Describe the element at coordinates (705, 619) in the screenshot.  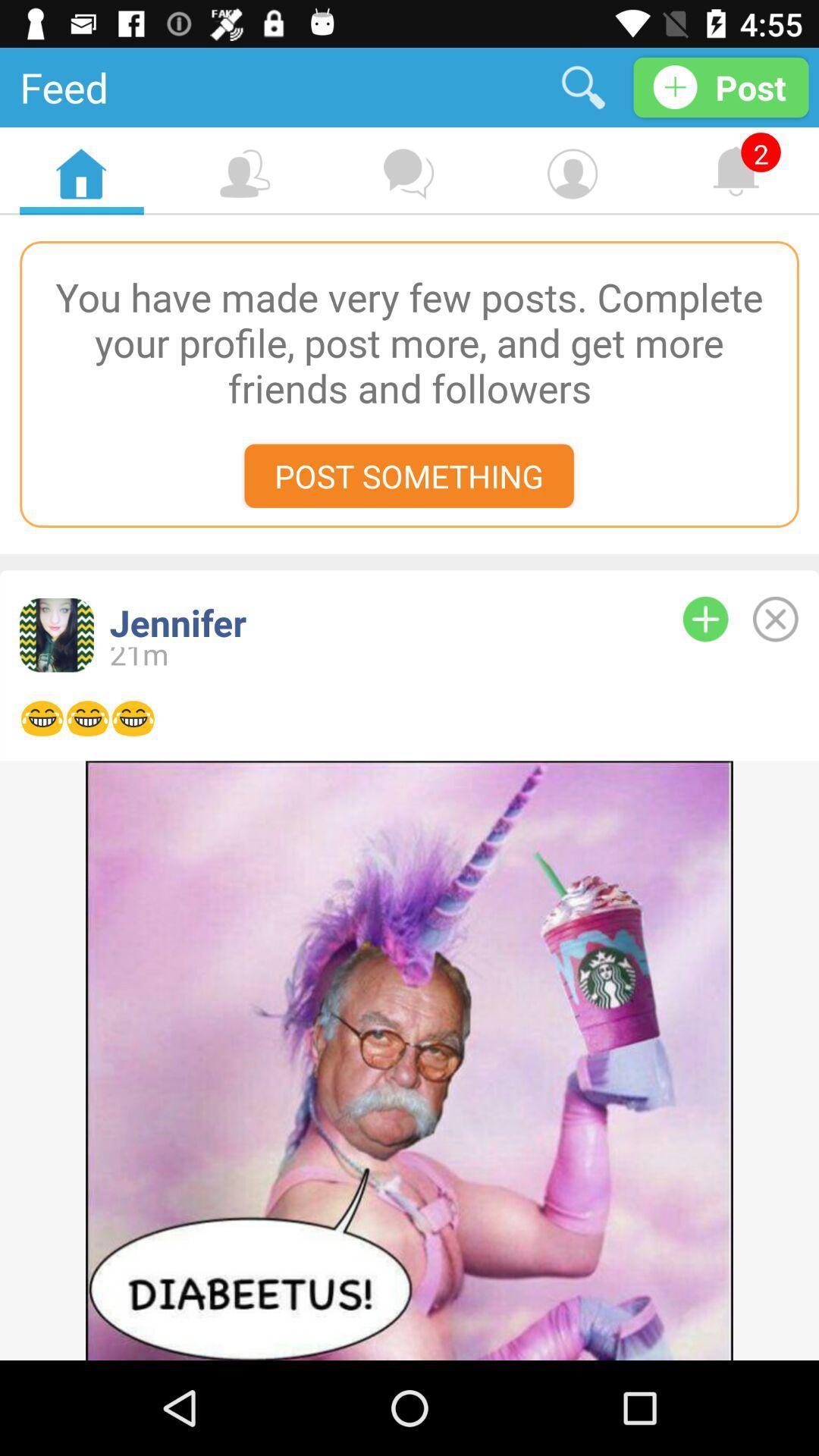
I see `add` at that location.